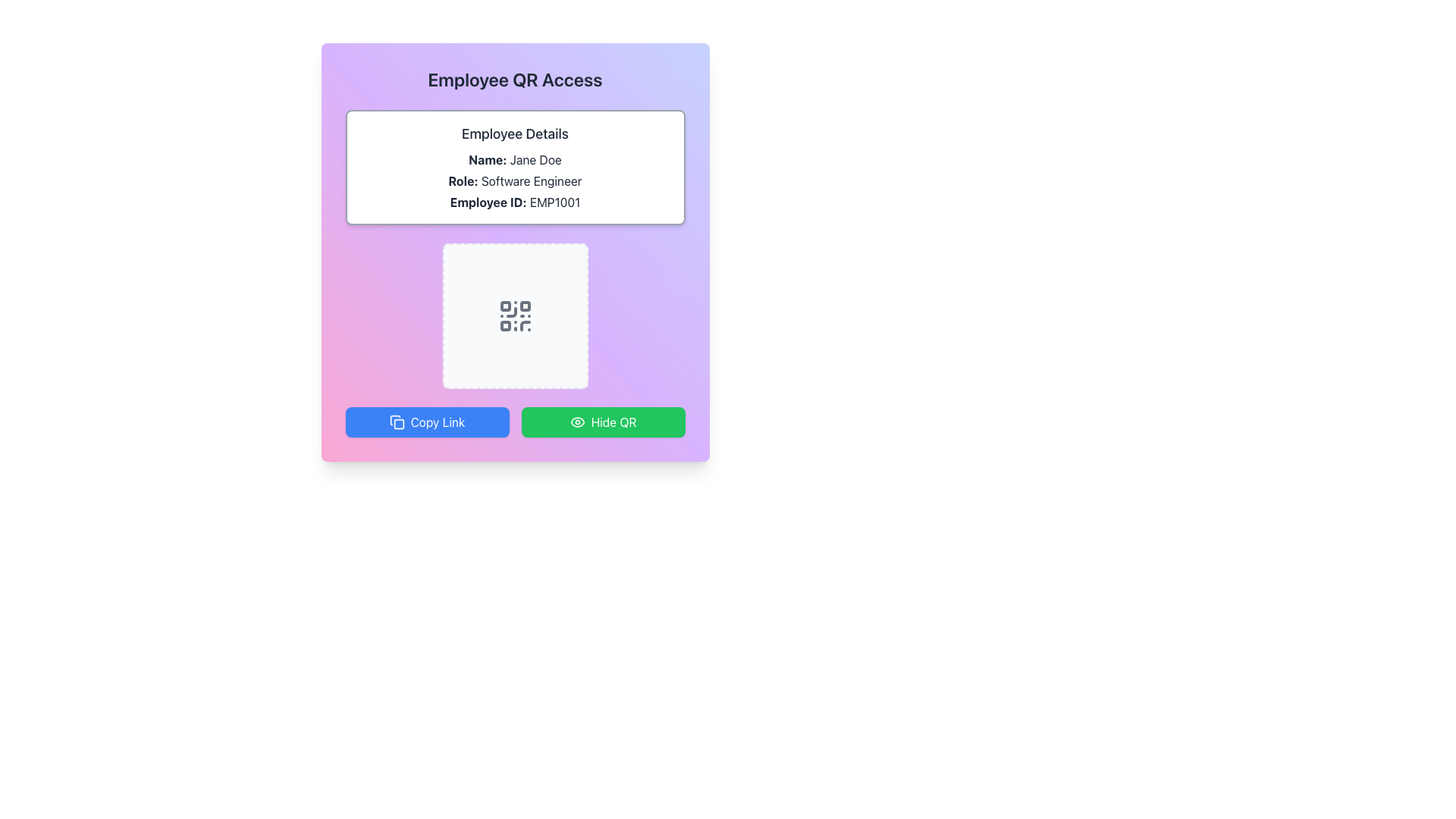  What do you see at coordinates (525, 306) in the screenshot?
I see `the small square with rounded corners located at the top-right corner of the QR code, which is part of the employee information card` at bounding box center [525, 306].